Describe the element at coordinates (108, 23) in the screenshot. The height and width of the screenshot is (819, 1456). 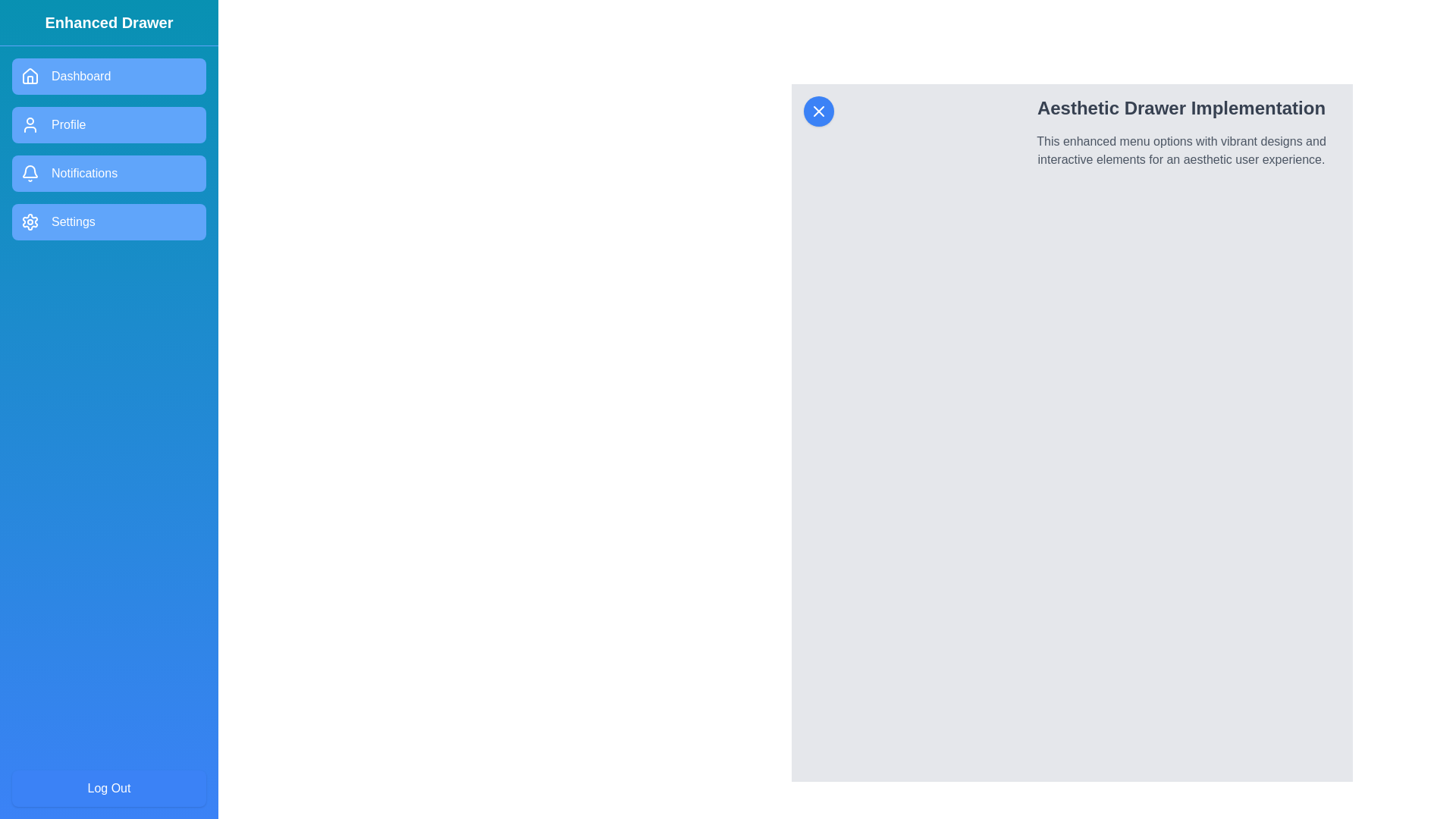
I see `the text display element labeled 'Enhanced Drawer' located at the top of the left sidebar` at that location.